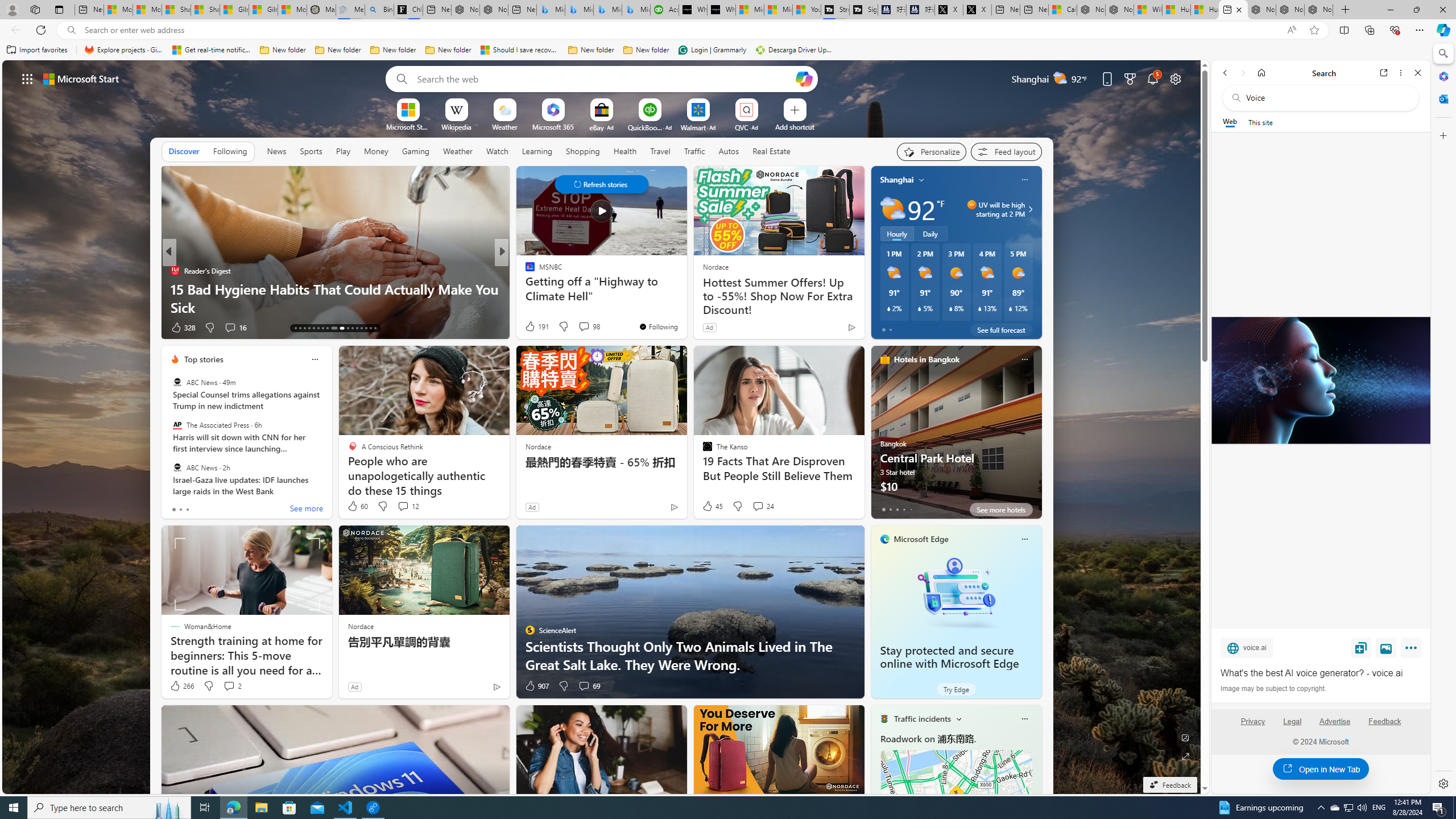 This screenshot has width=1456, height=819. What do you see at coordinates (295, 328) in the screenshot?
I see `'AutomationID: tab-13'` at bounding box center [295, 328].